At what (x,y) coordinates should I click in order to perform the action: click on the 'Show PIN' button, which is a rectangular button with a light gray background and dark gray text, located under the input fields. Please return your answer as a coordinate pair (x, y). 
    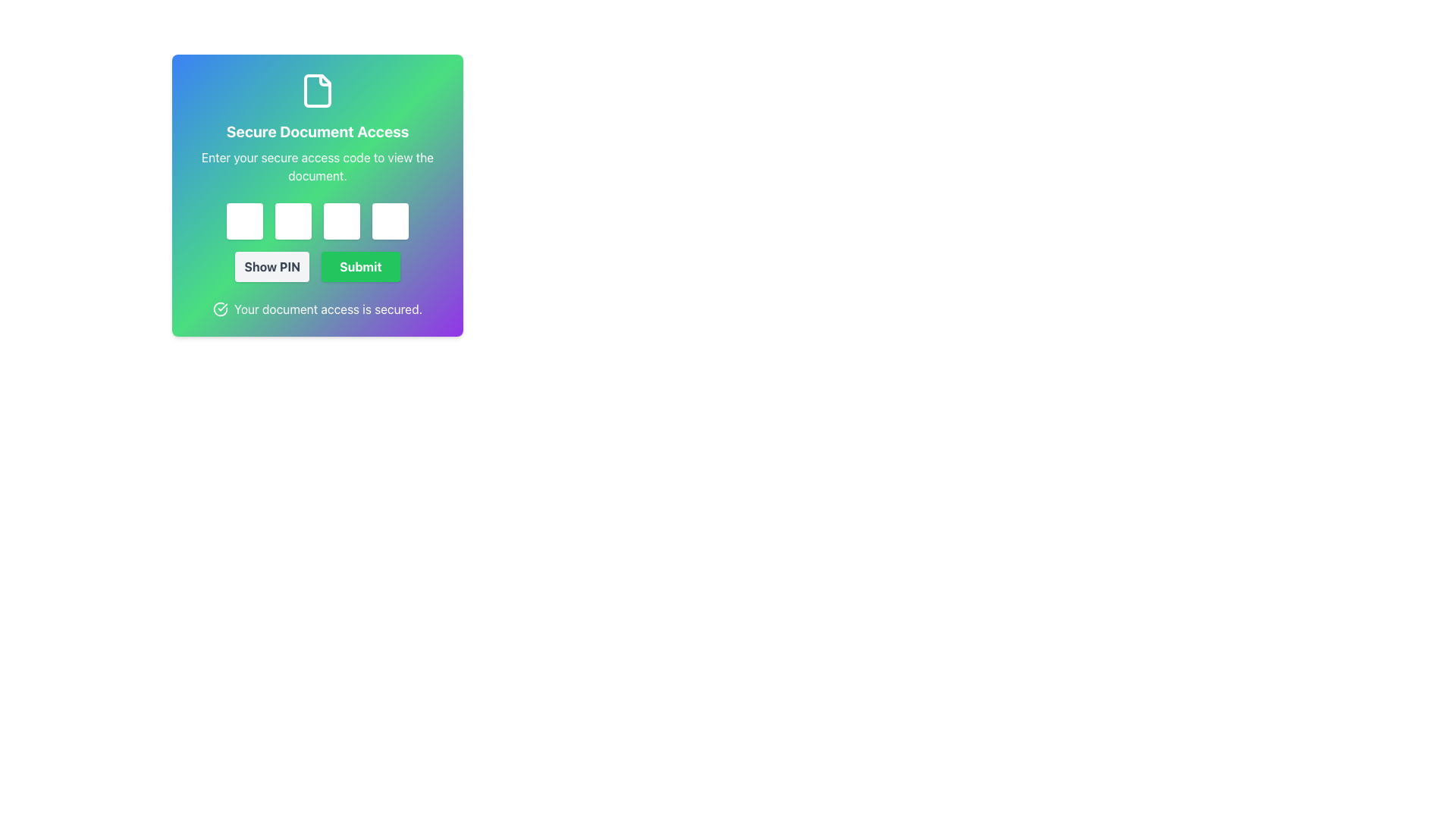
    Looking at the image, I should click on (272, 265).